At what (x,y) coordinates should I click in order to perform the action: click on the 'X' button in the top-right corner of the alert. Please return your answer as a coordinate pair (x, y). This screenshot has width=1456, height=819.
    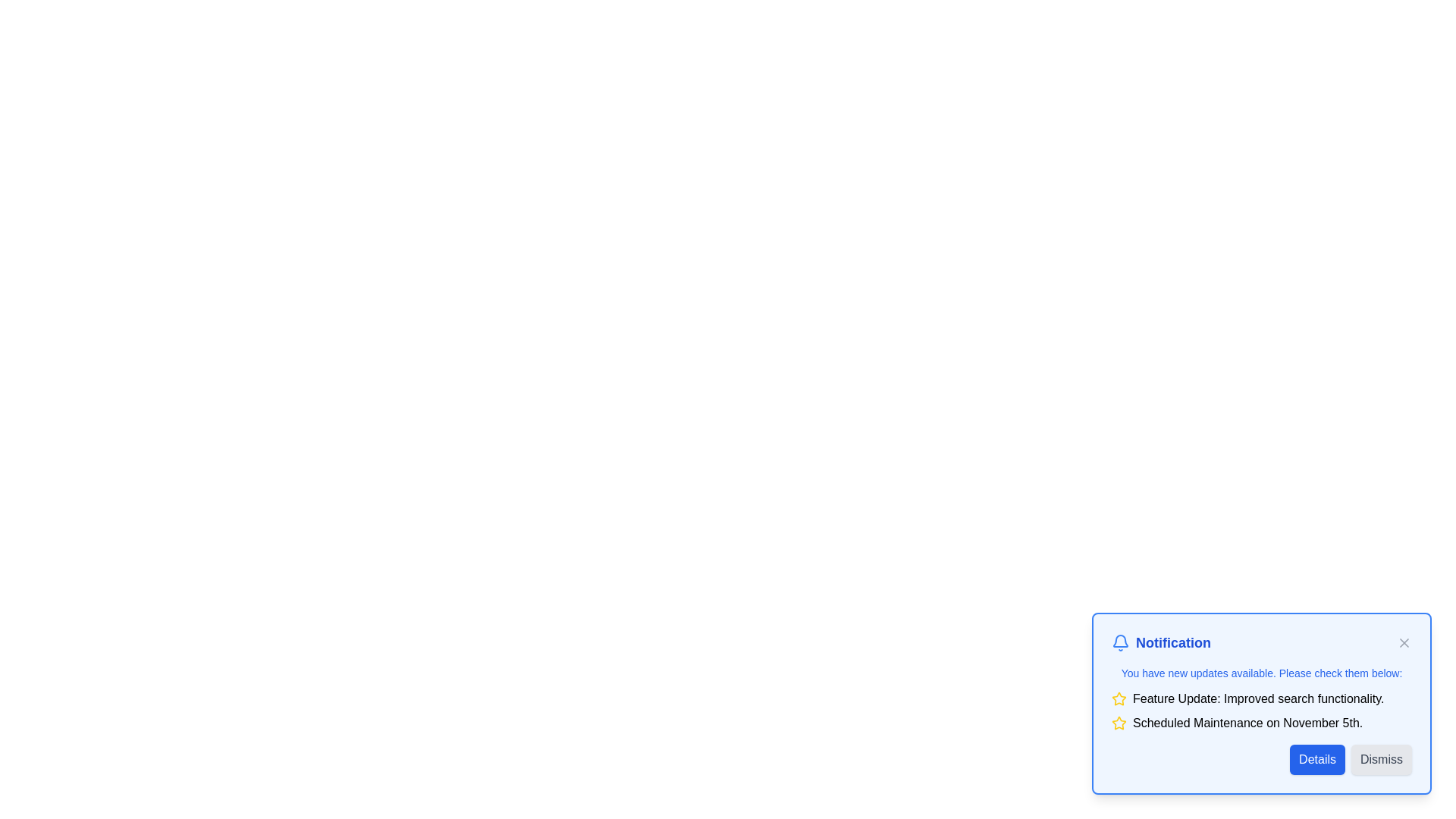
    Looking at the image, I should click on (1404, 643).